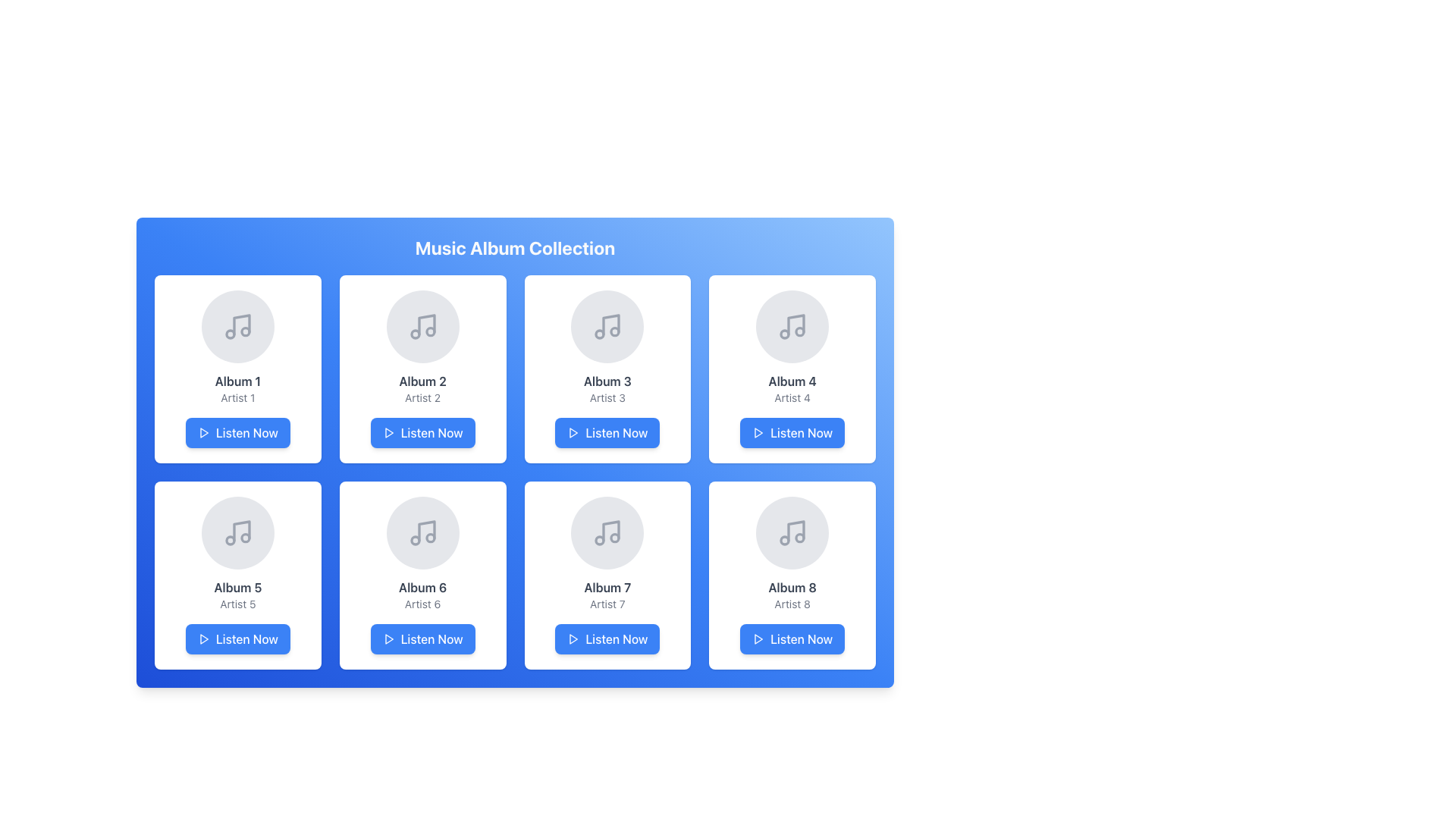 The height and width of the screenshot is (819, 1456). Describe the element at coordinates (422, 432) in the screenshot. I see `the blue rectangular button labeled 'Listen Now' with a play icon to play the associated album in the second card of the 3x3 grid layout` at that location.